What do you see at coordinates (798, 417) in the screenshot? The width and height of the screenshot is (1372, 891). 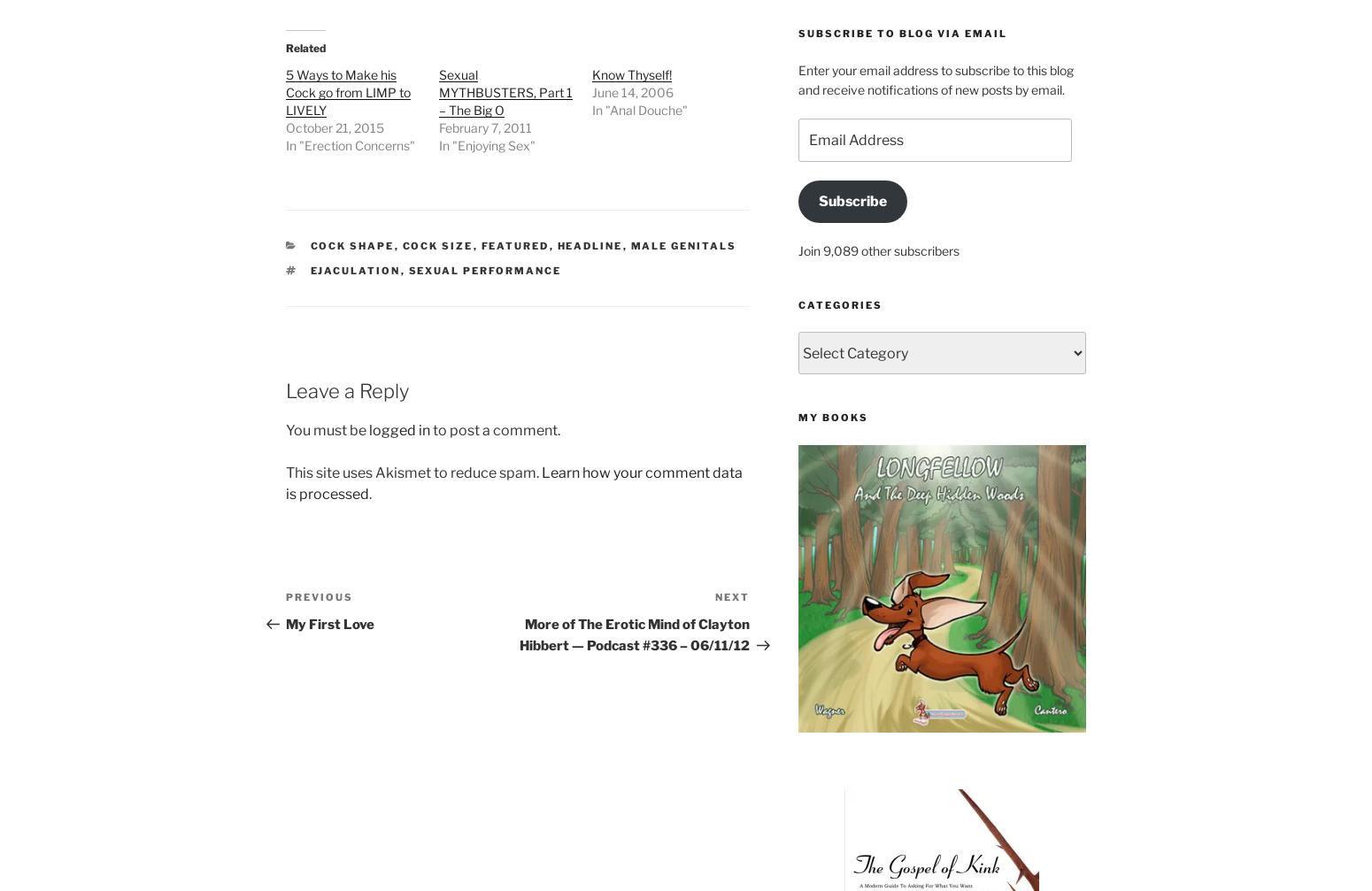 I see `'My Books'` at bounding box center [798, 417].